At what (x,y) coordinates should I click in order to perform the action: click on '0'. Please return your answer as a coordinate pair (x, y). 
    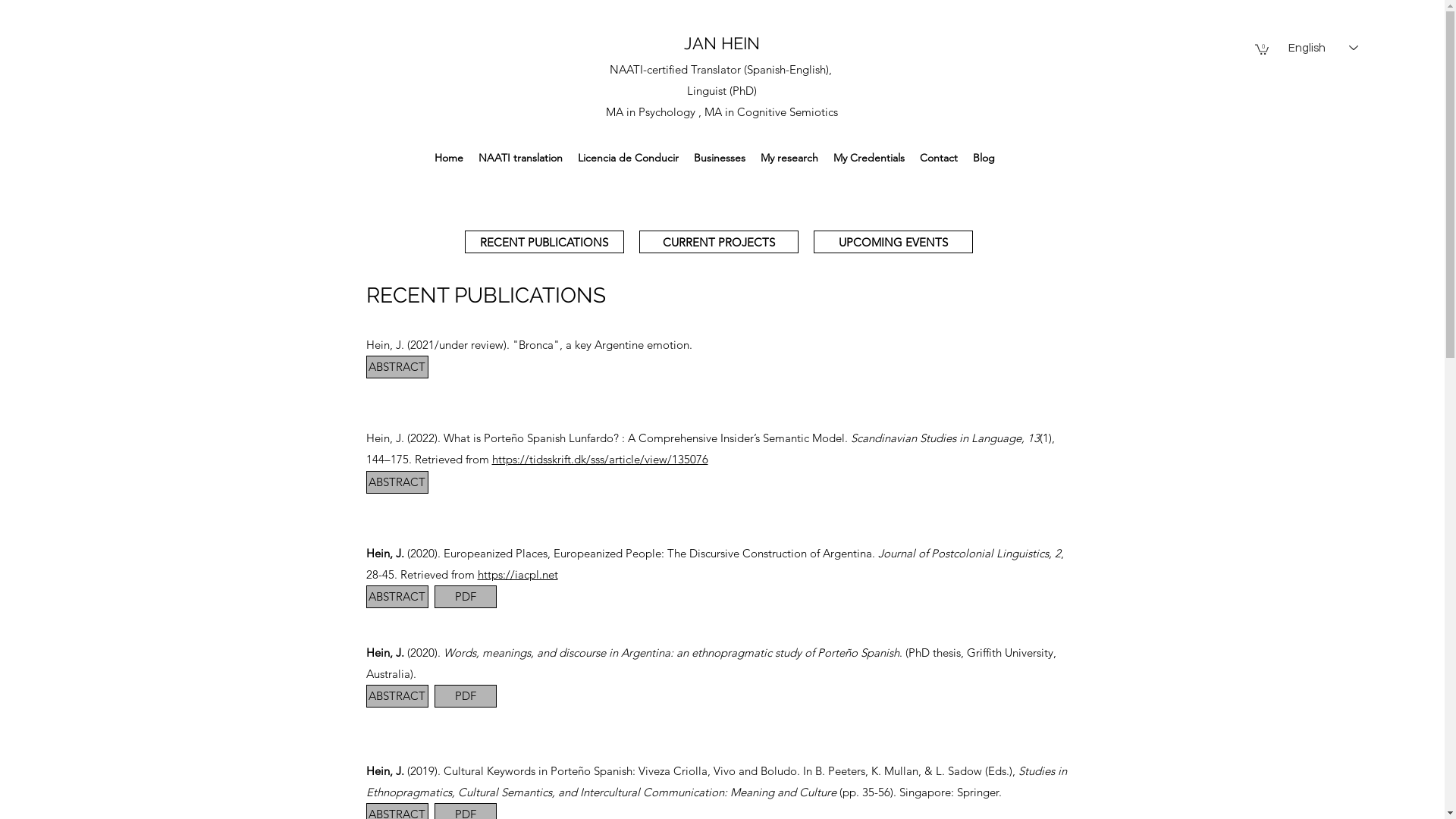
    Looking at the image, I should click on (1262, 48).